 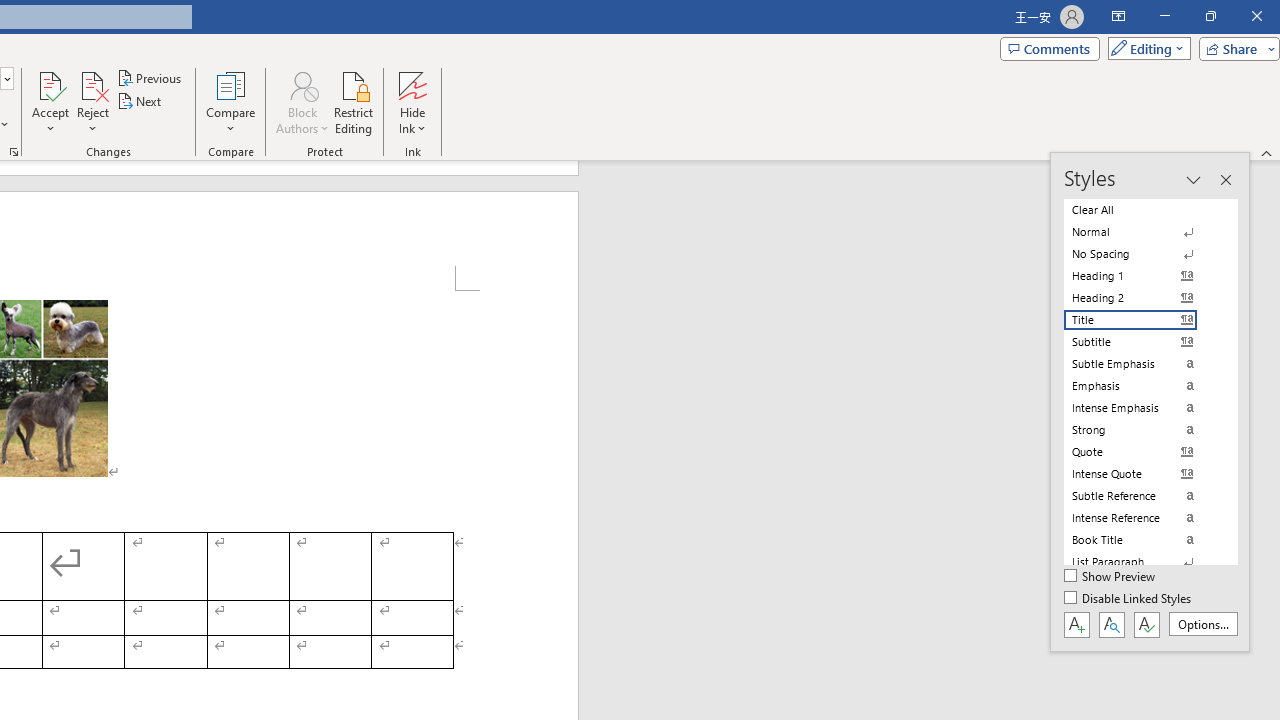 What do you see at coordinates (1142, 451) in the screenshot?
I see `'Quote'` at bounding box center [1142, 451].